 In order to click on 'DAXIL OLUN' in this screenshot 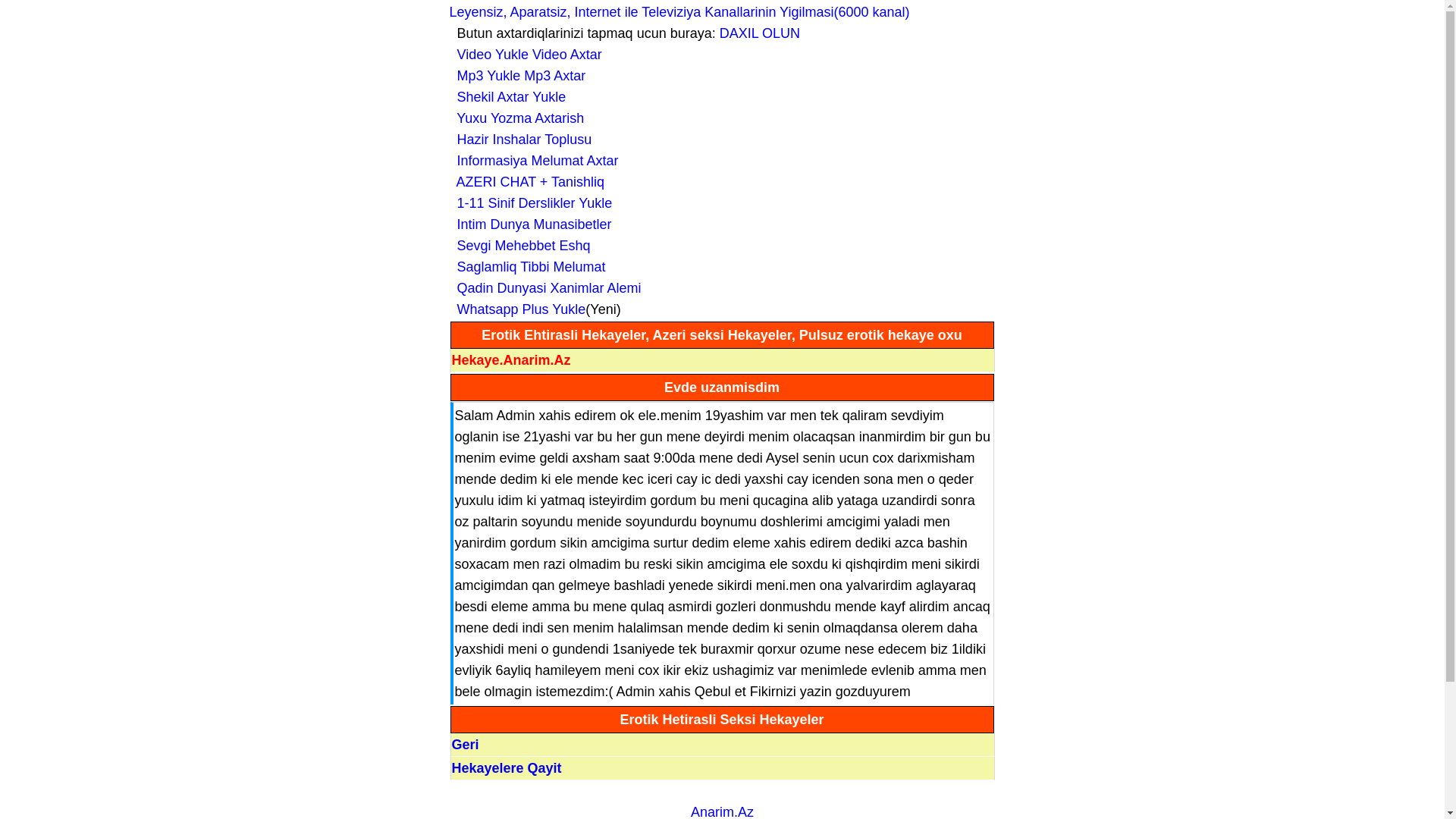, I will do `click(760, 33)`.